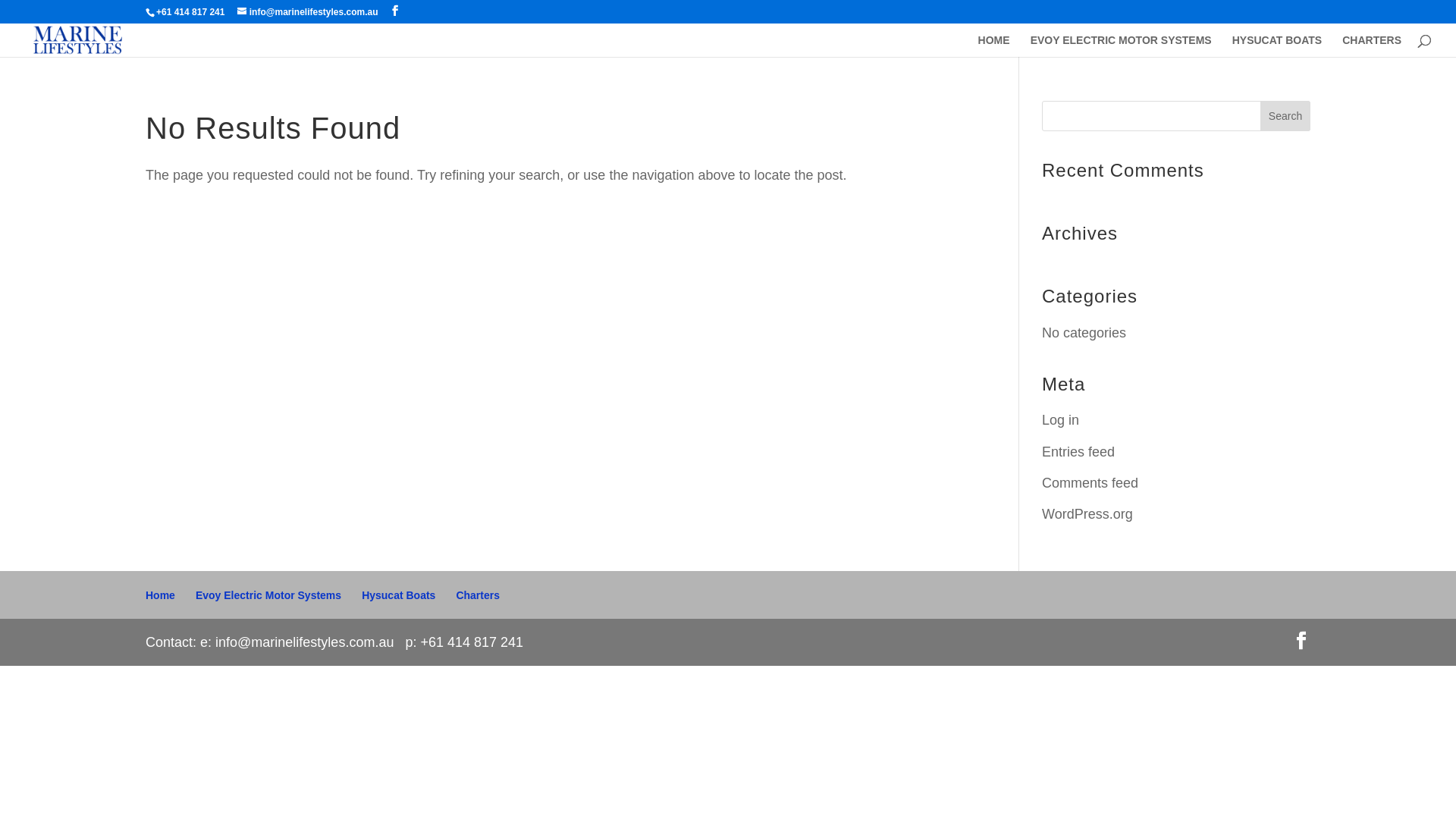 The width and height of the screenshot is (1456, 819). What do you see at coordinates (307, 11) in the screenshot?
I see `'info@marinelifestyles.com.au'` at bounding box center [307, 11].